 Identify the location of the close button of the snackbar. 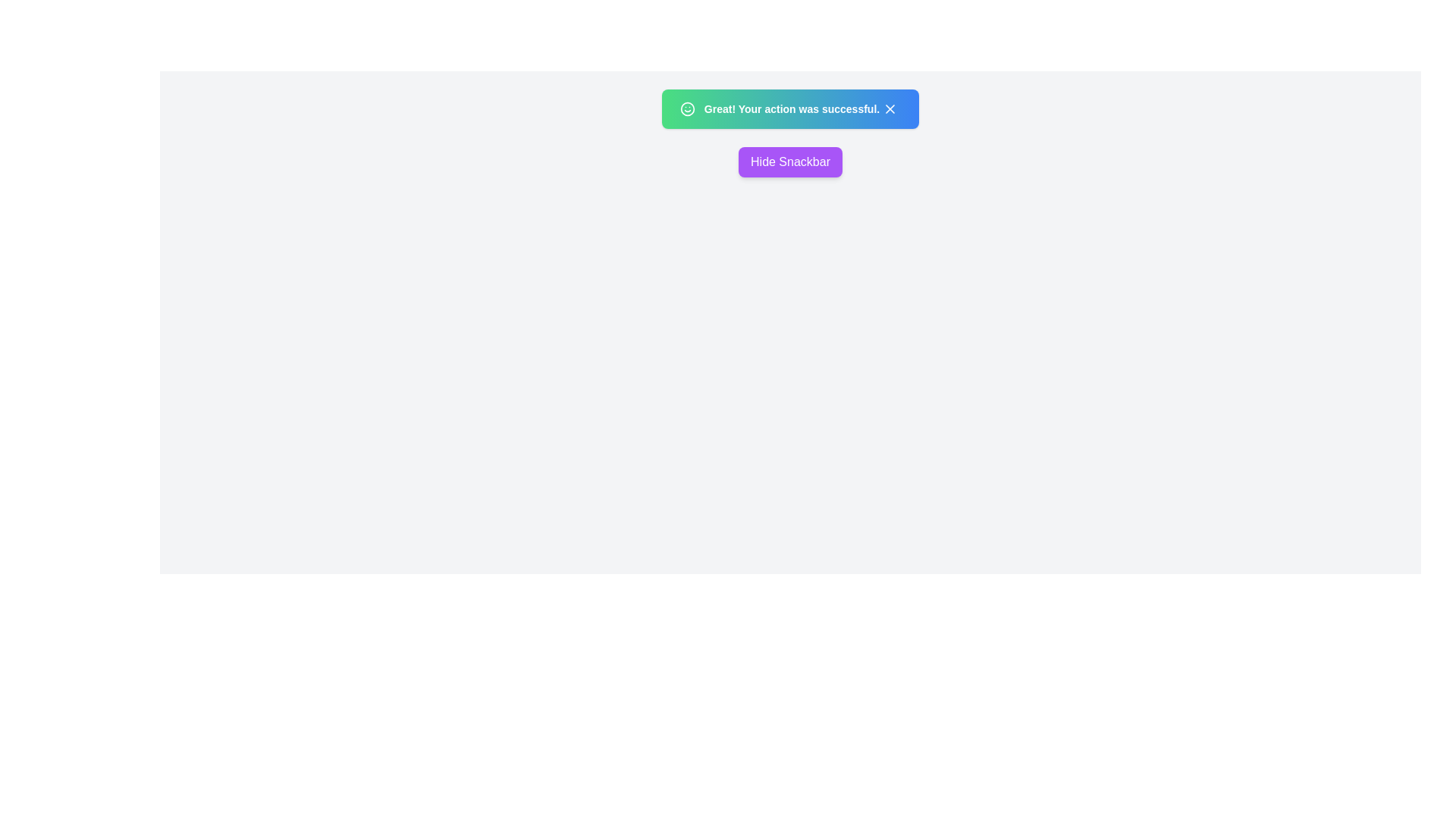
(890, 108).